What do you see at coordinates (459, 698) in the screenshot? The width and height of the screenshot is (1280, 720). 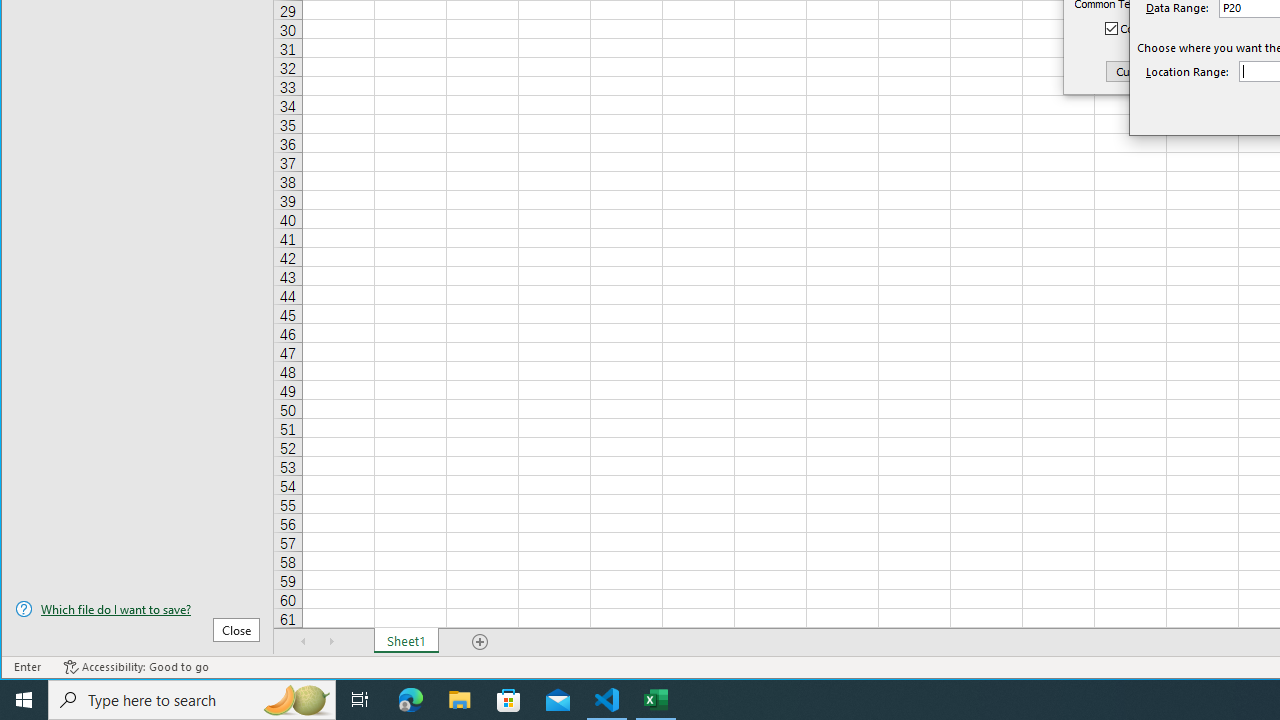 I see `'File Explorer'` at bounding box center [459, 698].